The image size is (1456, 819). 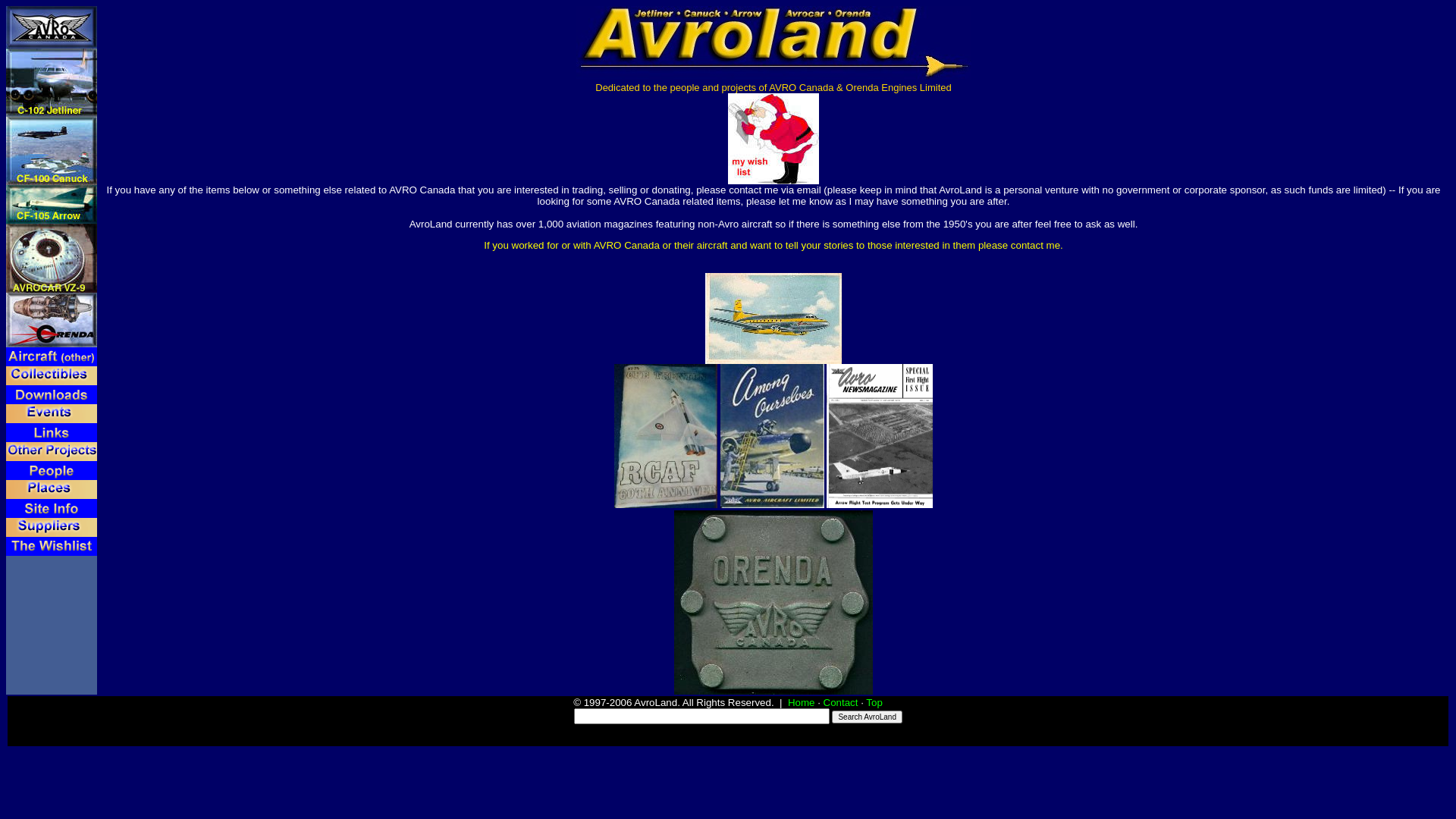 What do you see at coordinates (867, 717) in the screenshot?
I see `'Search AvroLand'` at bounding box center [867, 717].